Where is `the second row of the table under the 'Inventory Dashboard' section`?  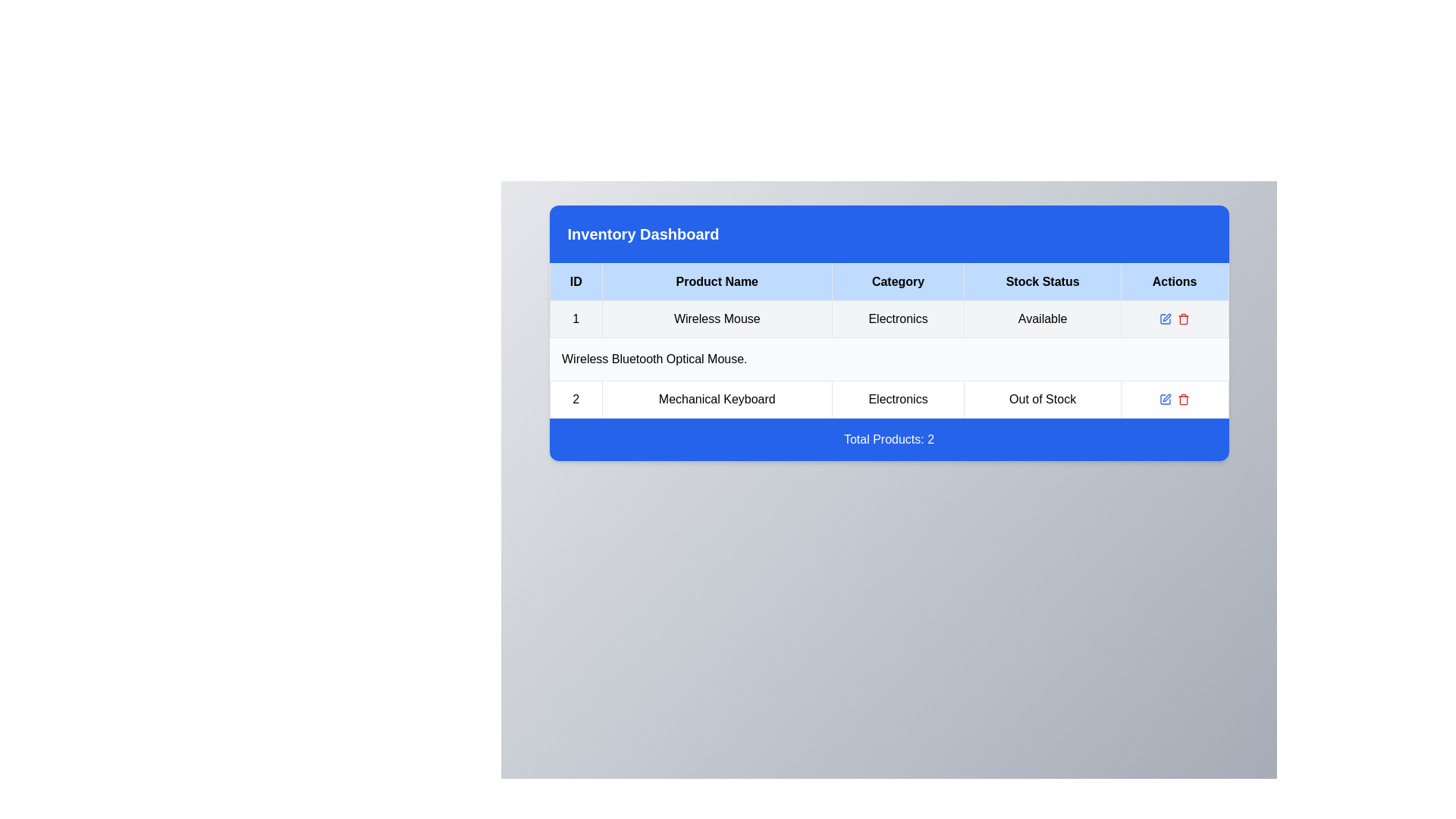
the second row of the table under the 'Inventory Dashboard' section is located at coordinates (889, 399).